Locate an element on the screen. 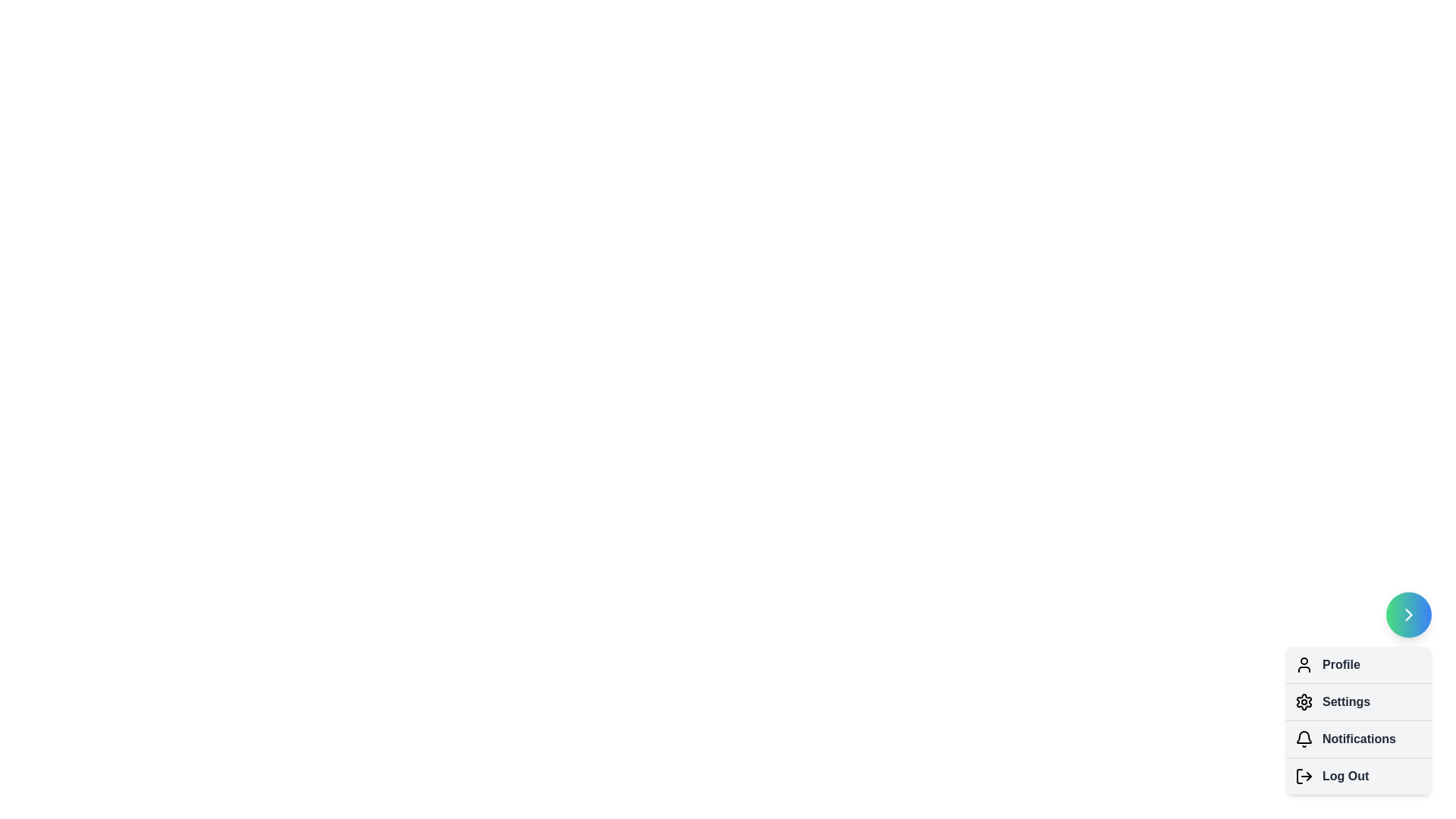 The image size is (1456, 819). the toggle button to change the menu visibility is located at coordinates (1407, 614).